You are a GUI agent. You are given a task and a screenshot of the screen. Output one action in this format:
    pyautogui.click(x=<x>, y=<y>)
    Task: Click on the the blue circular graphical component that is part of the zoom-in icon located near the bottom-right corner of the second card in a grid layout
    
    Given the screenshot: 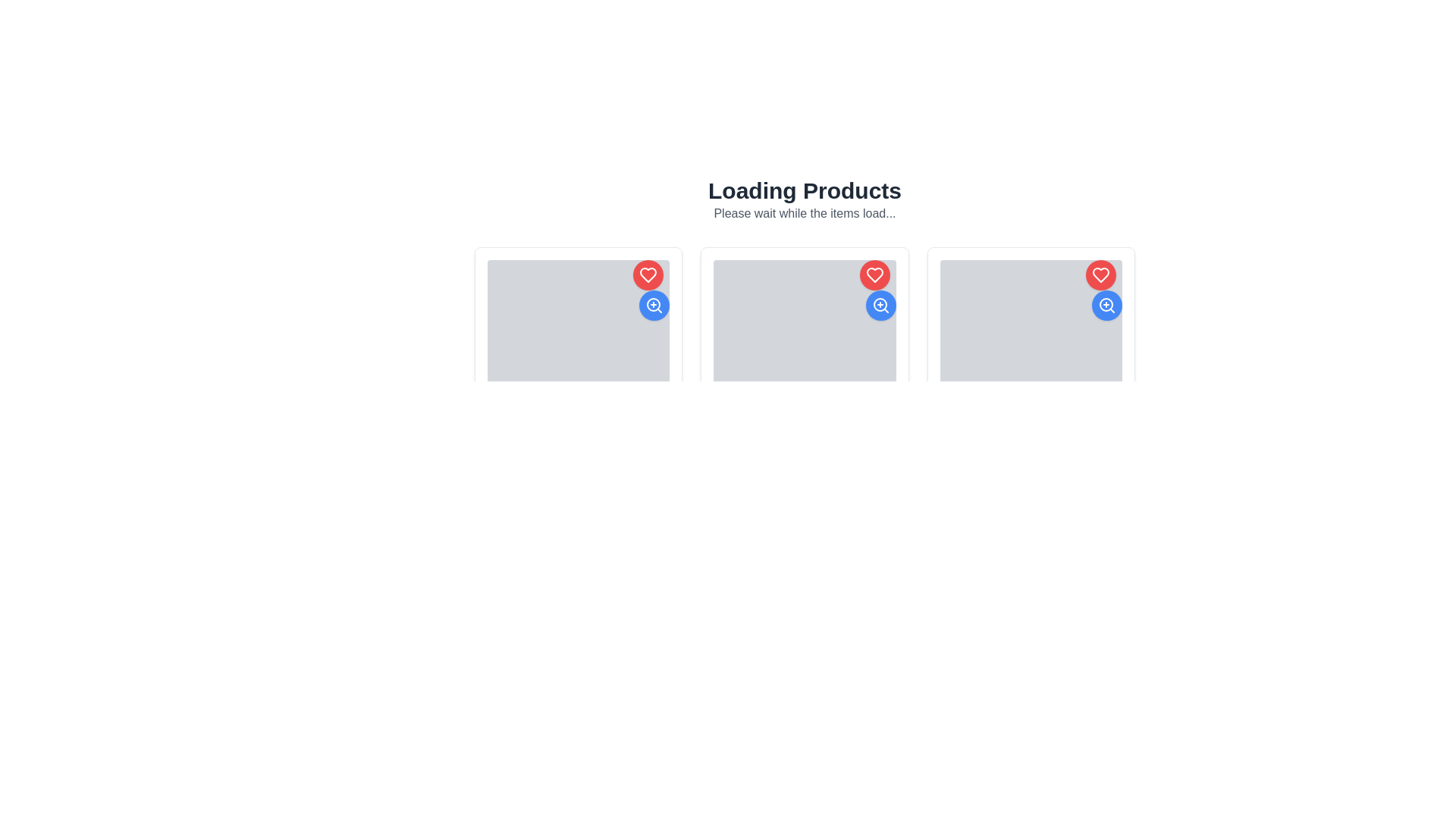 What is the action you would take?
    pyautogui.click(x=654, y=304)
    